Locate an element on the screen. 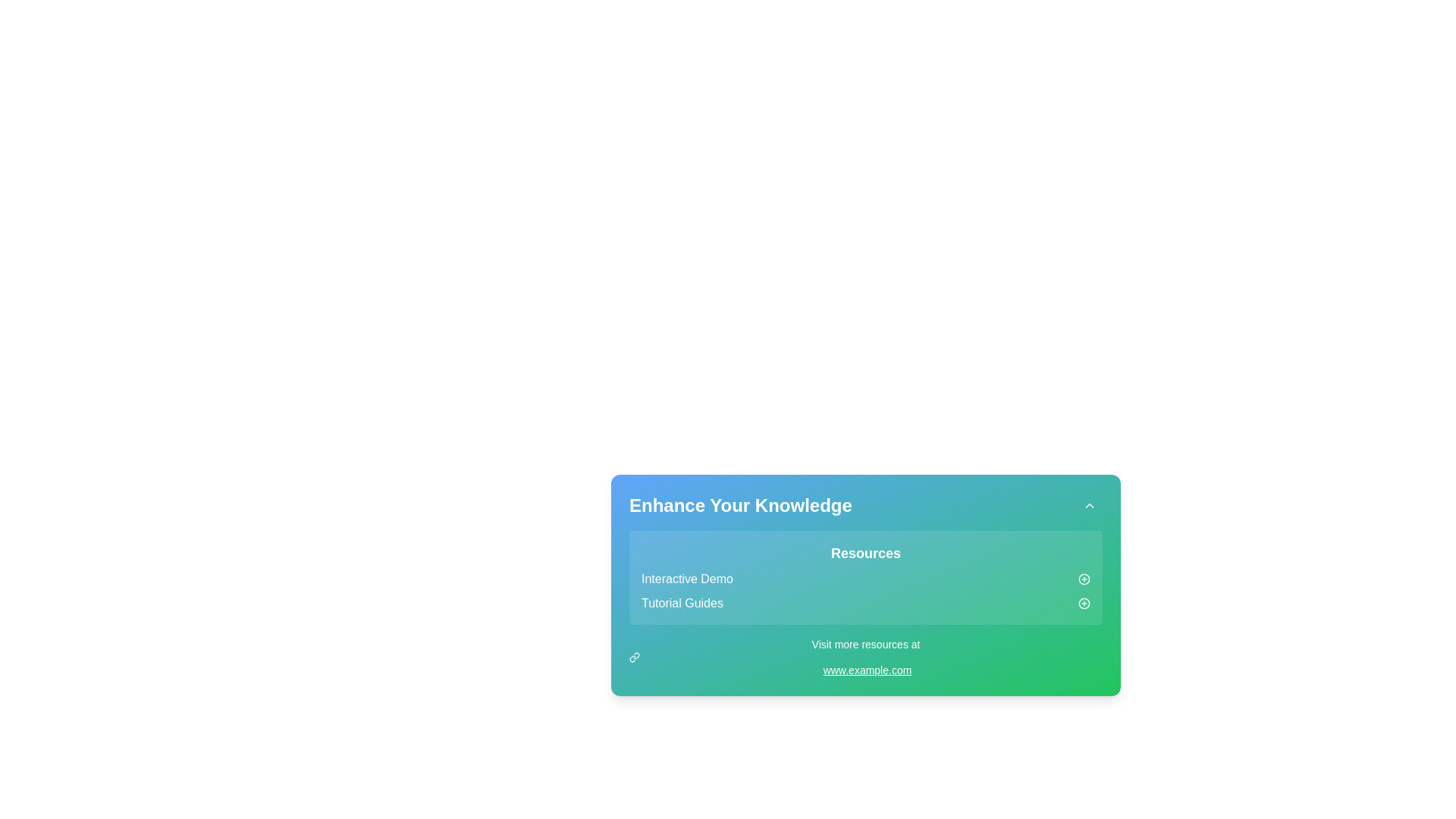  the hyperlink 'www.example.com' located at the bottom-right section of the card titled 'Enhance Your Knowledge', following the phrase 'Visit more resources at' is located at coordinates (867, 669).